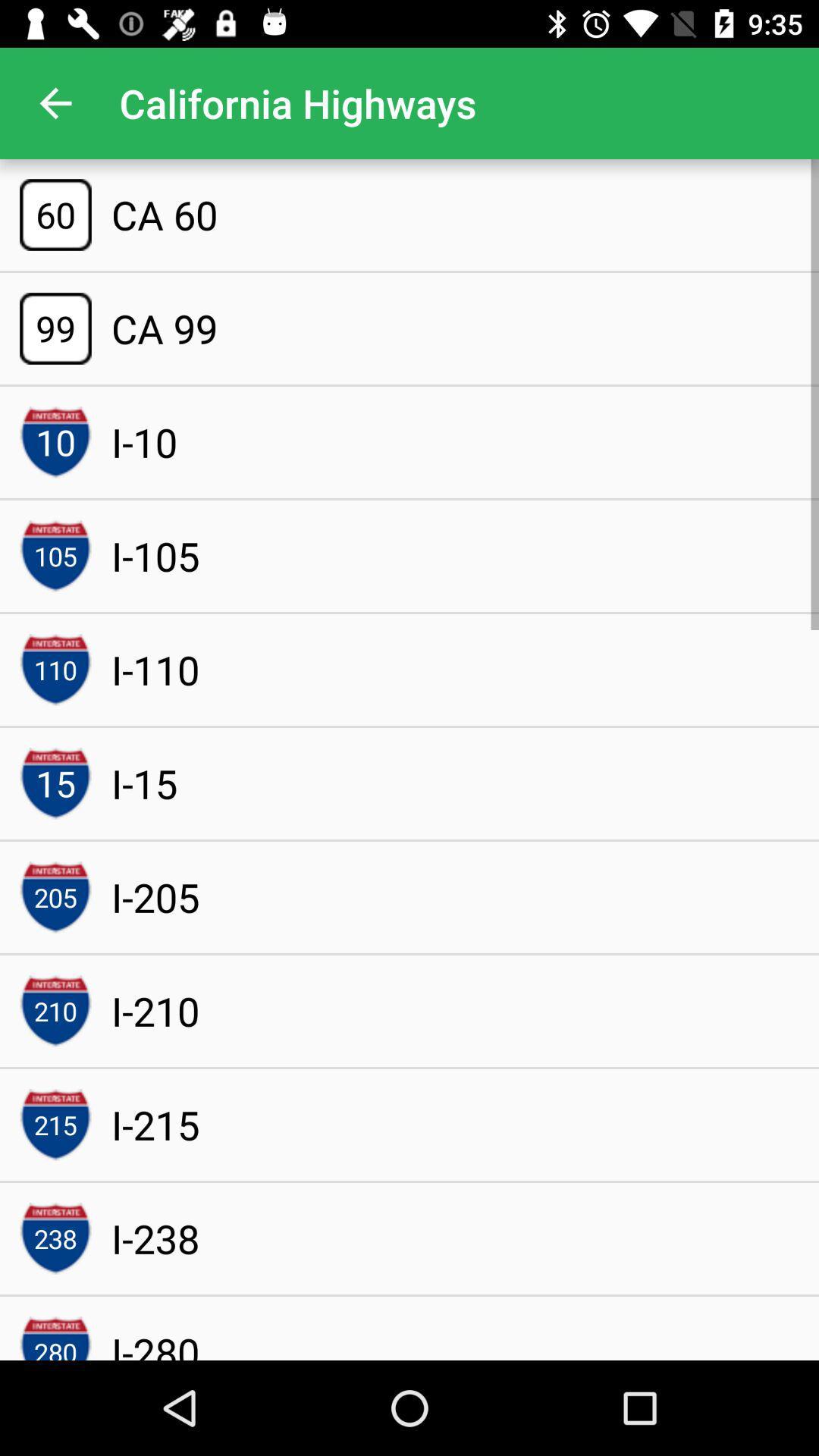 Image resolution: width=819 pixels, height=1456 pixels. What do you see at coordinates (155, 1125) in the screenshot?
I see `the icon above i-238 item` at bounding box center [155, 1125].